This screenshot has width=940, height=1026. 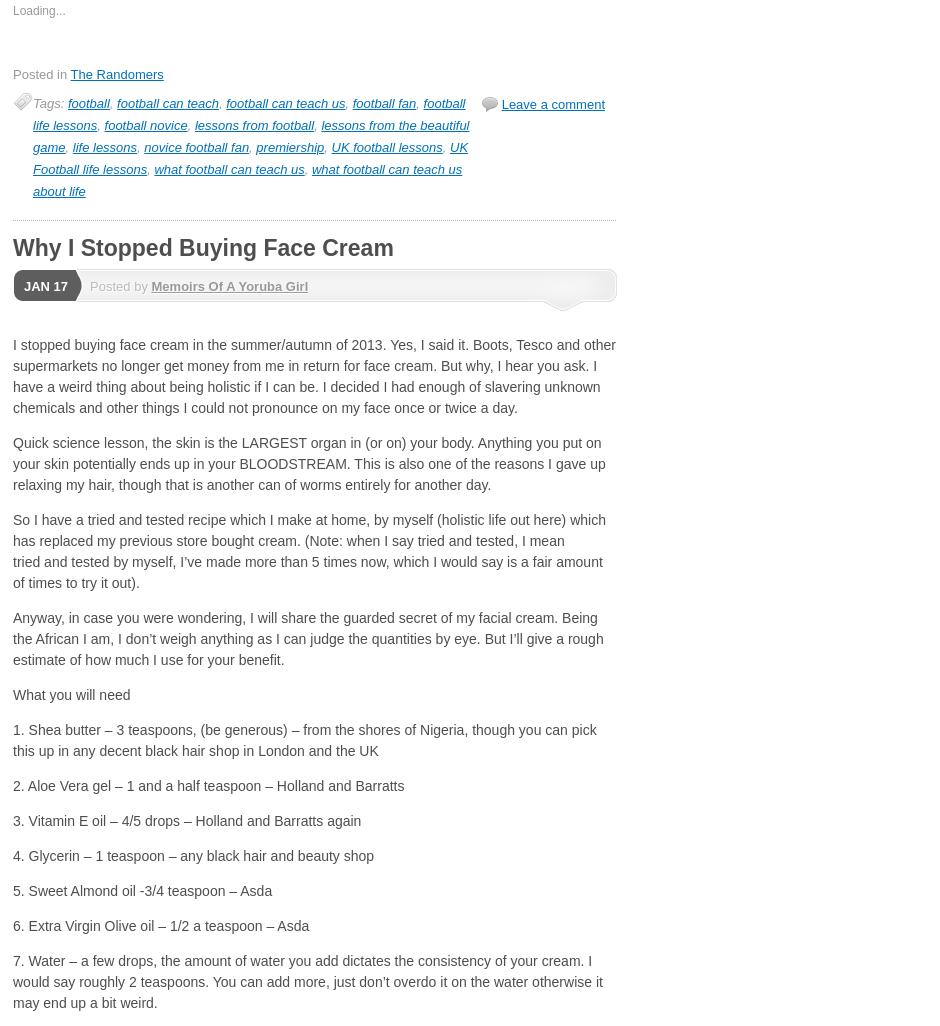 I want to click on 'novice football fan', so click(x=196, y=146).